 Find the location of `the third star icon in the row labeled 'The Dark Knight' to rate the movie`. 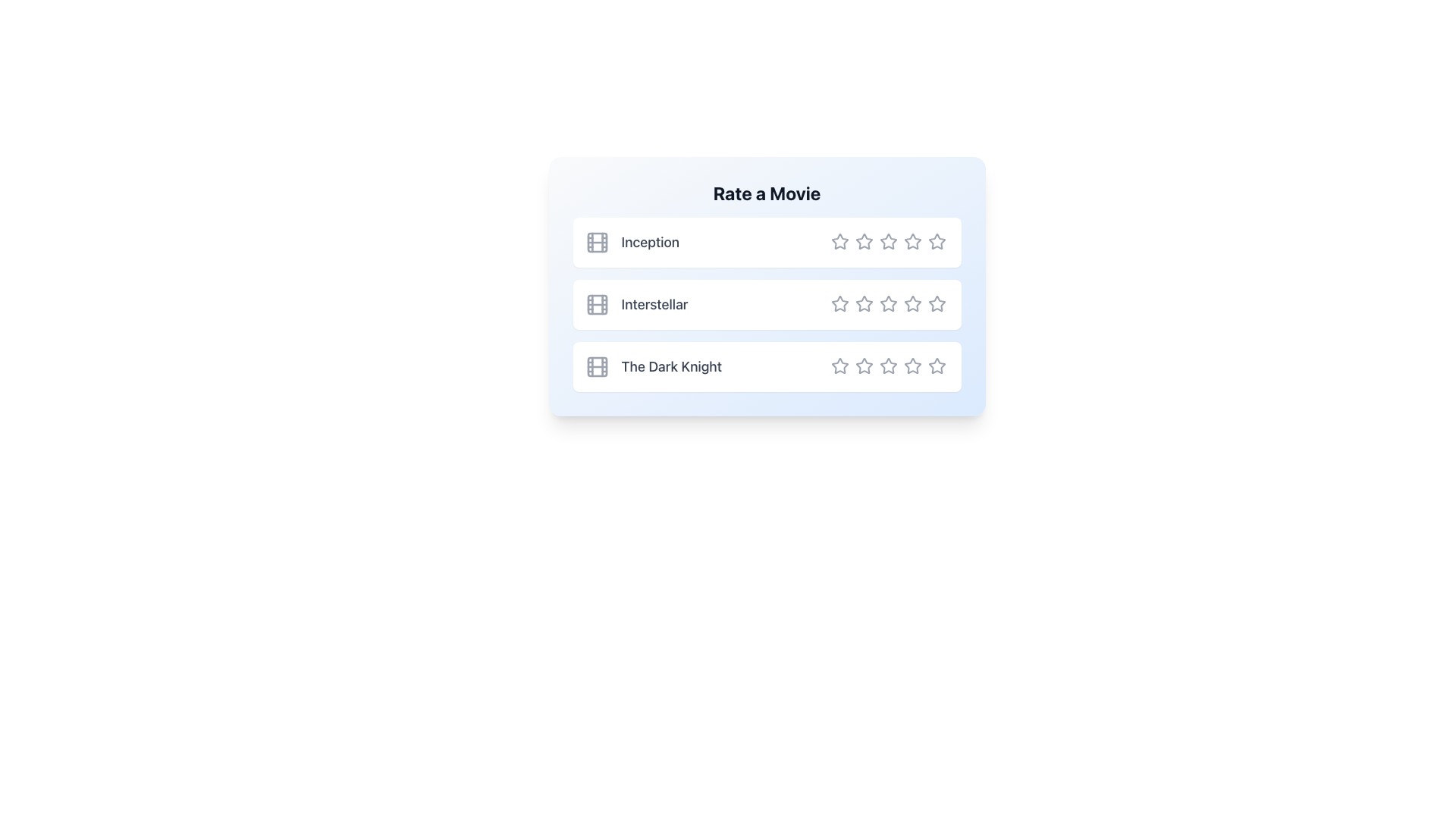

the third star icon in the row labeled 'The Dark Knight' to rate the movie is located at coordinates (888, 366).